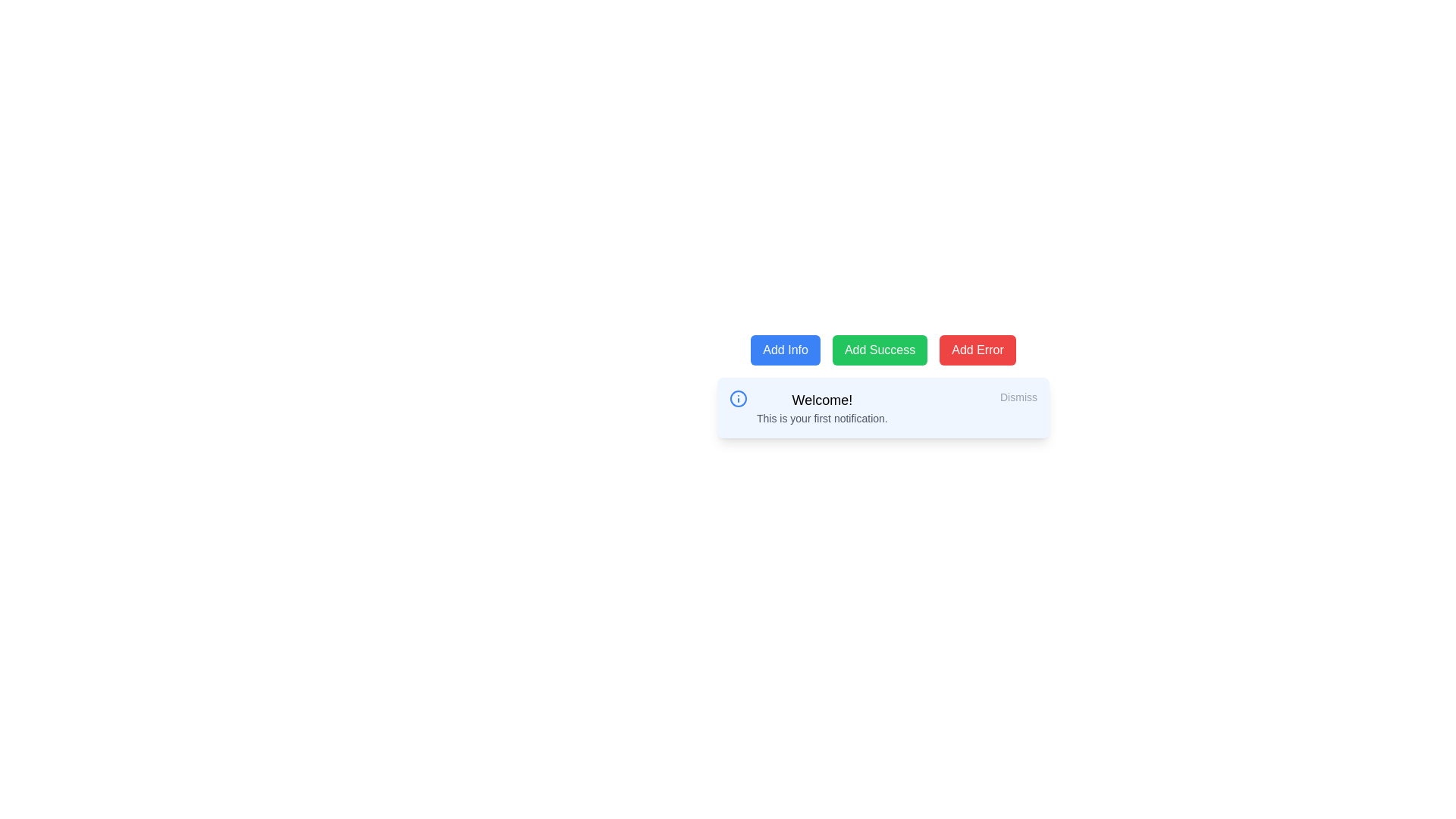 This screenshot has height=819, width=1456. Describe the element at coordinates (1018, 397) in the screenshot. I see `the 'Dismiss' button located at the top-right corner of the notification` at that location.